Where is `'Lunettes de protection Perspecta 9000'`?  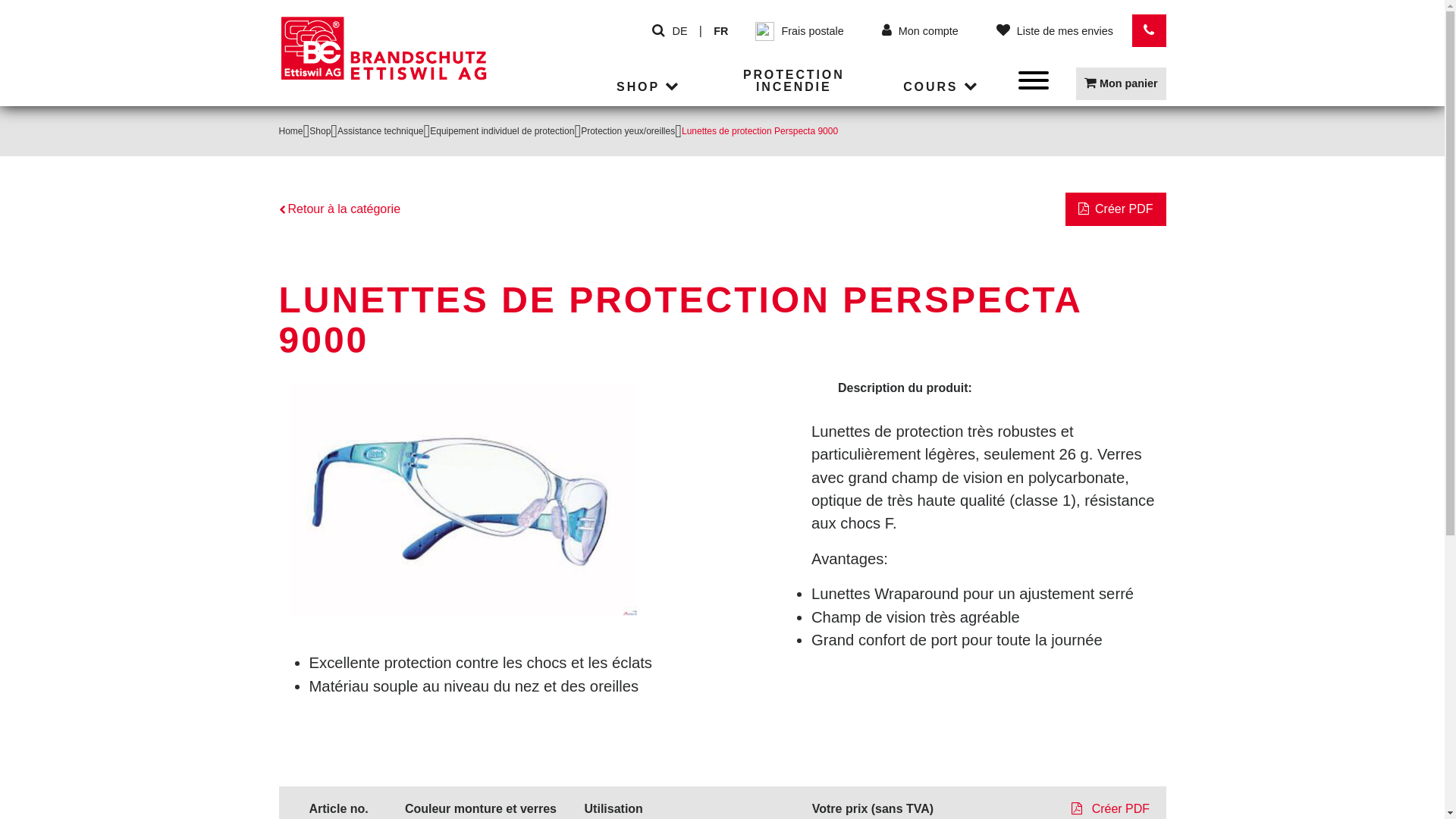
'Lunettes de protection Perspecta 9000' is located at coordinates (462, 500).